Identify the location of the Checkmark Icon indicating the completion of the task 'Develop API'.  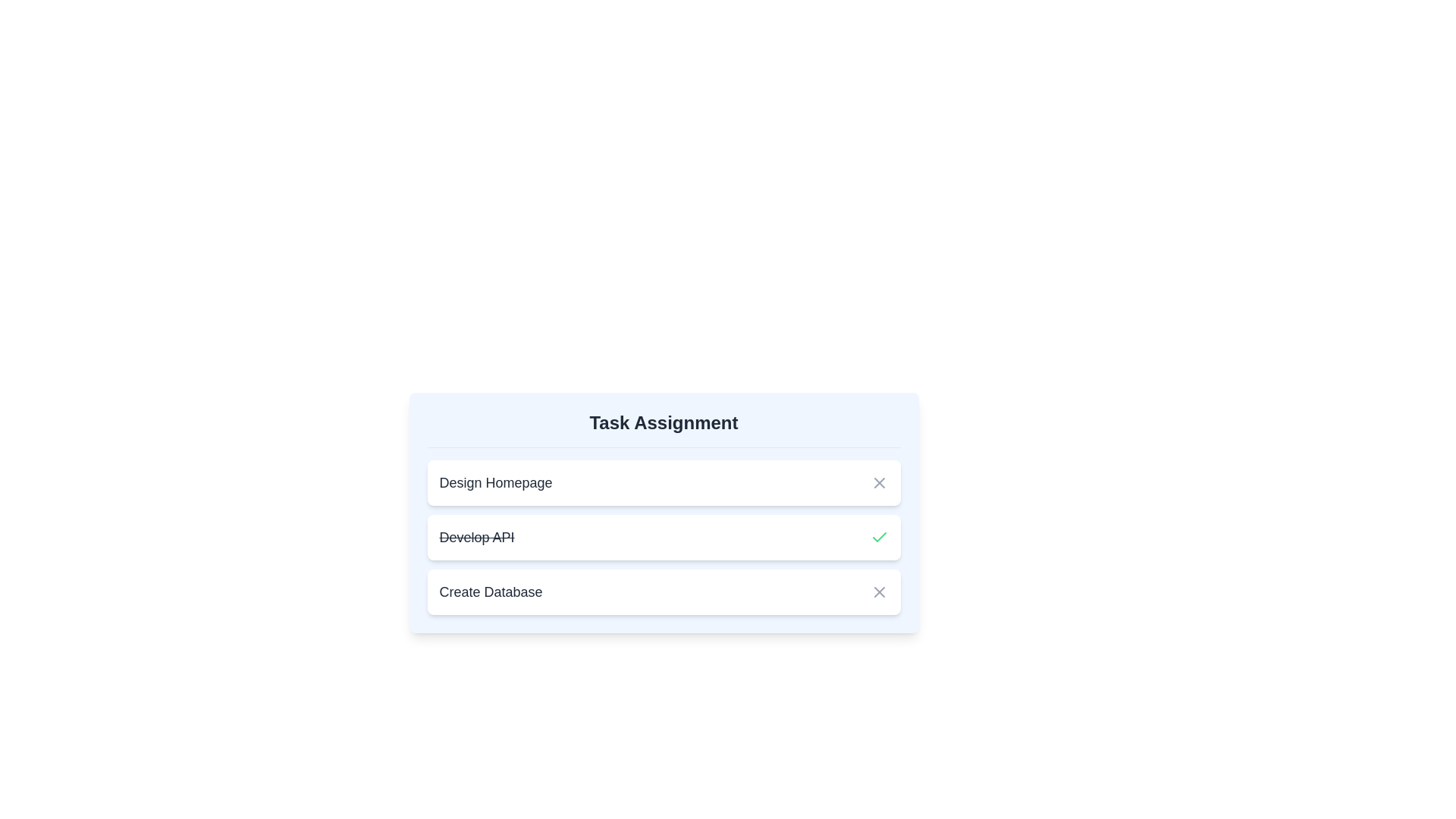
(879, 537).